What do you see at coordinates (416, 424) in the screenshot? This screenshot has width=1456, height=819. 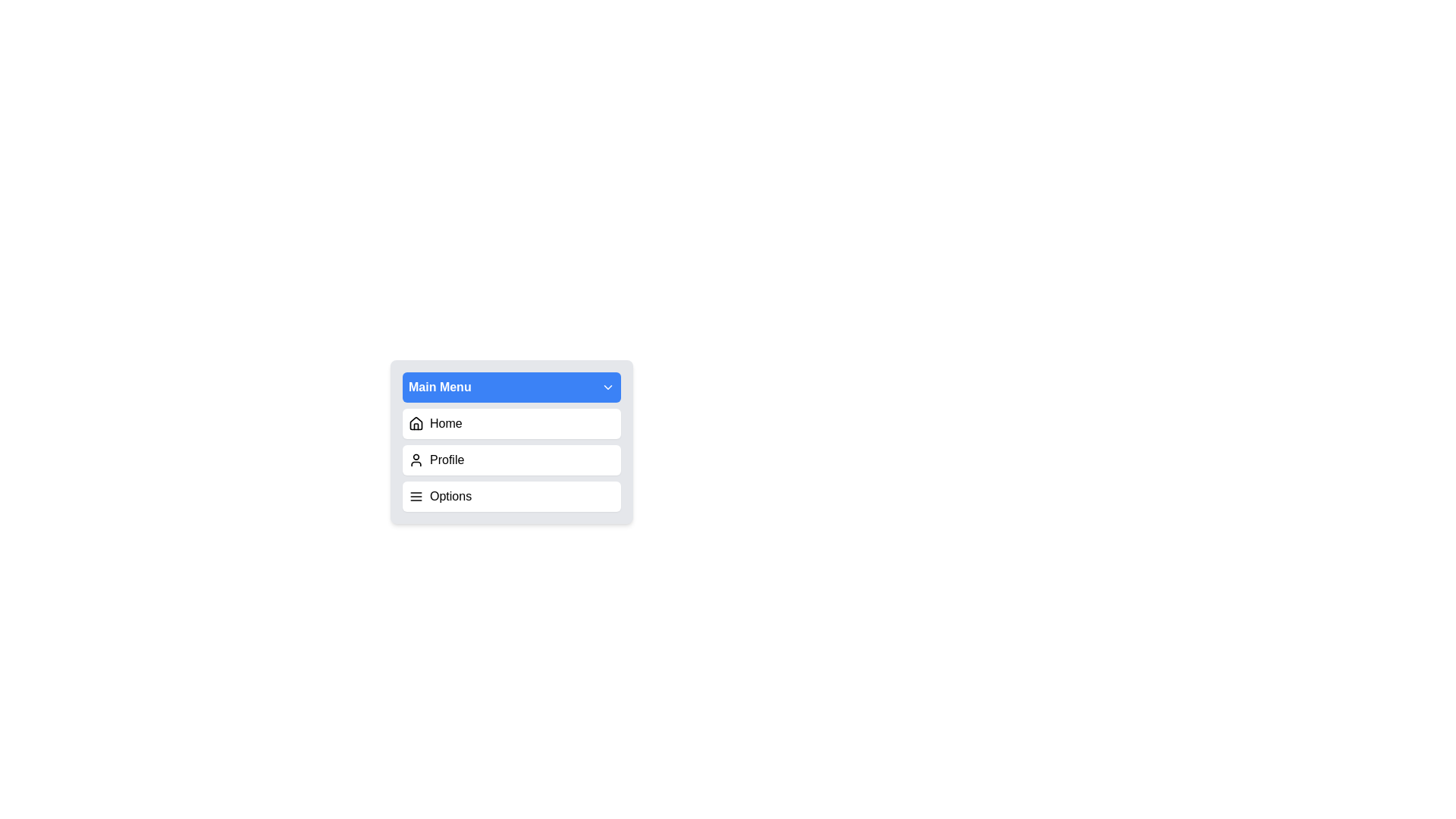 I see `the 'Home' icon, which is a visual indicator located at the leftmost side of the navigation menu` at bounding box center [416, 424].